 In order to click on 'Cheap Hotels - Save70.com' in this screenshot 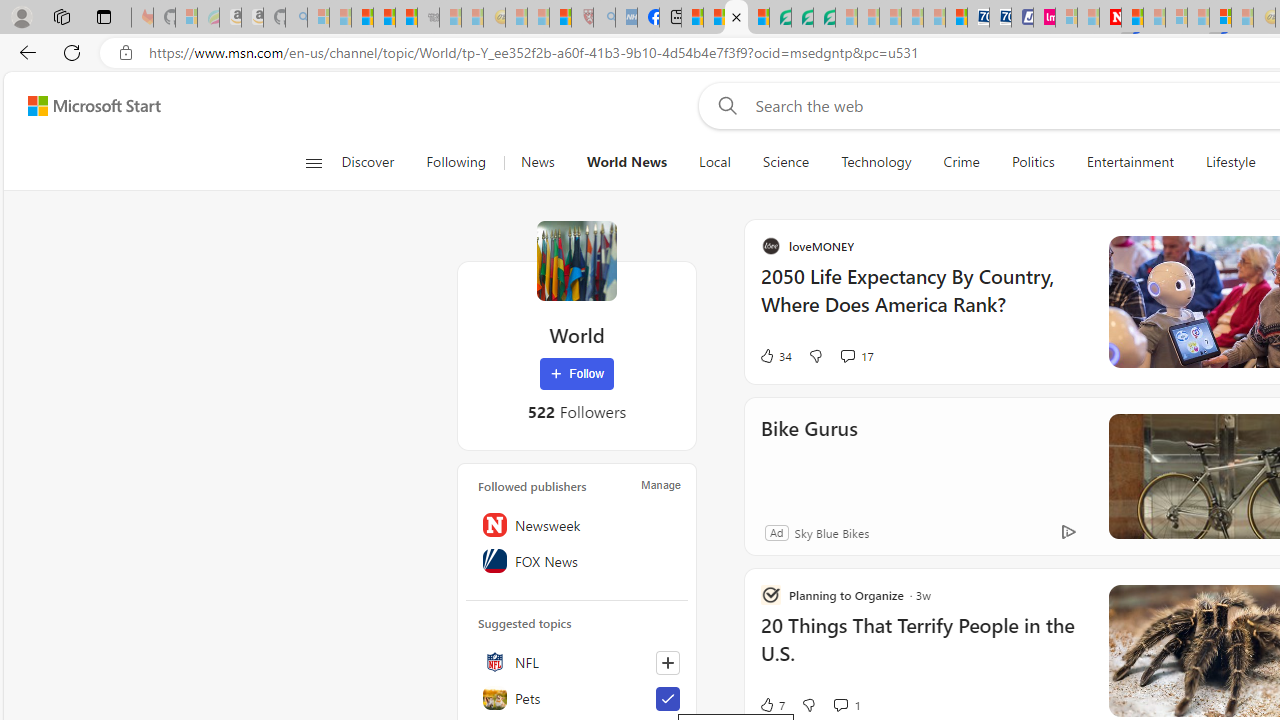, I will do `click(1000, 17)`.